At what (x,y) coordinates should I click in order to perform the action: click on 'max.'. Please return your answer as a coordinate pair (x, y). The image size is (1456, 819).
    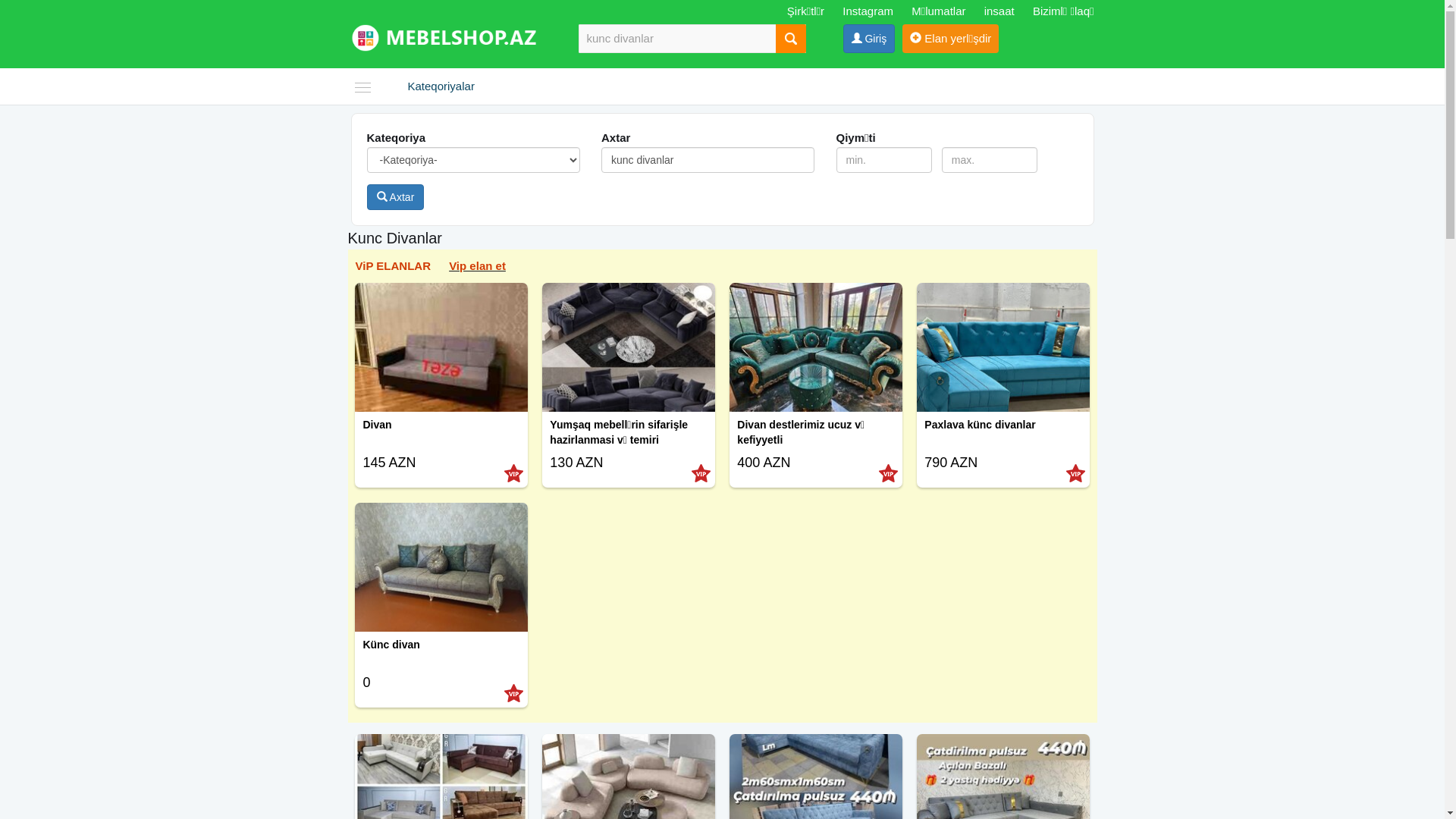
    Looking at the image, I should click on (990, 160).